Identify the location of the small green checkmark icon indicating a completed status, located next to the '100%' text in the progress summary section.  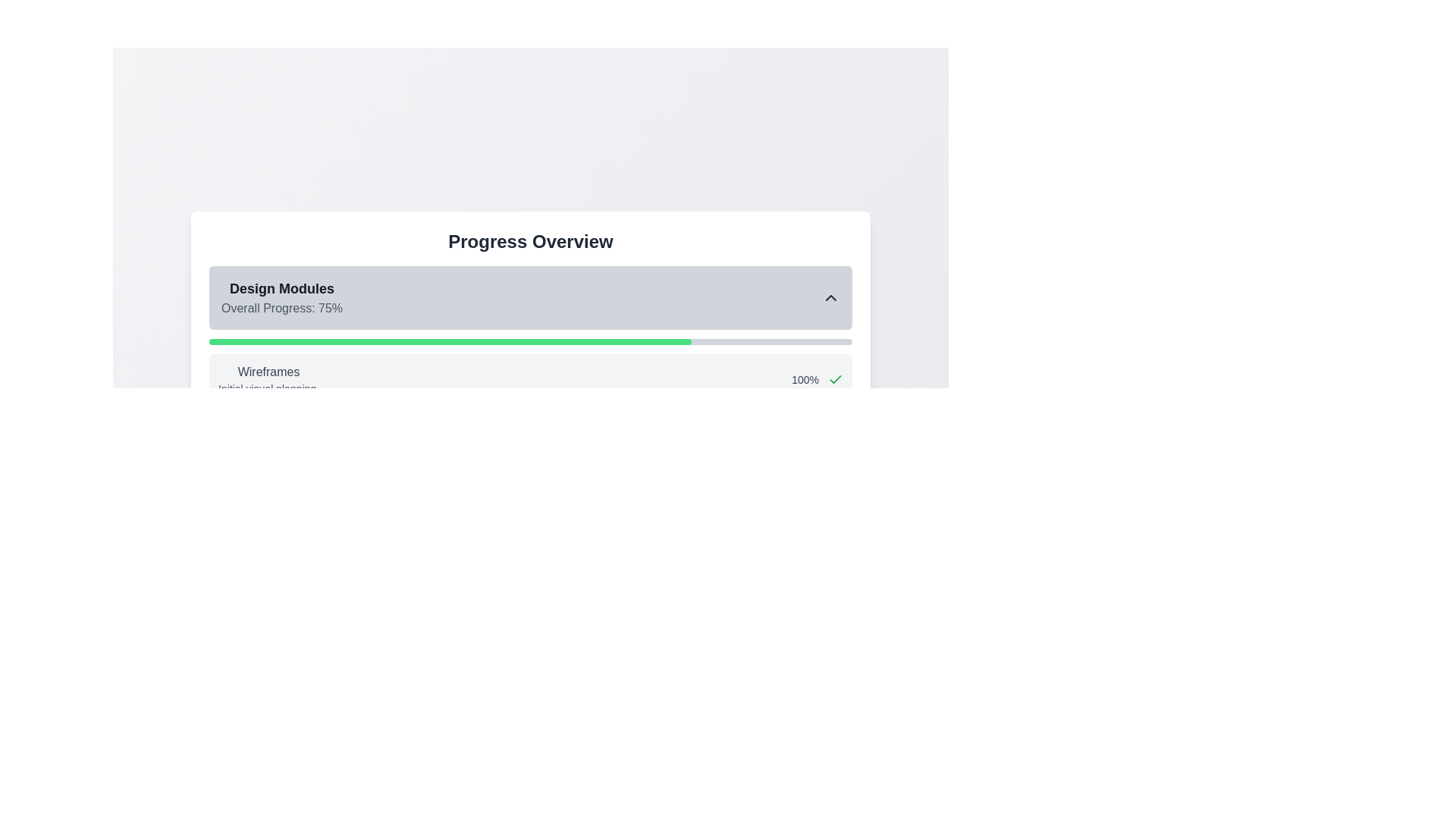
(835, 379).